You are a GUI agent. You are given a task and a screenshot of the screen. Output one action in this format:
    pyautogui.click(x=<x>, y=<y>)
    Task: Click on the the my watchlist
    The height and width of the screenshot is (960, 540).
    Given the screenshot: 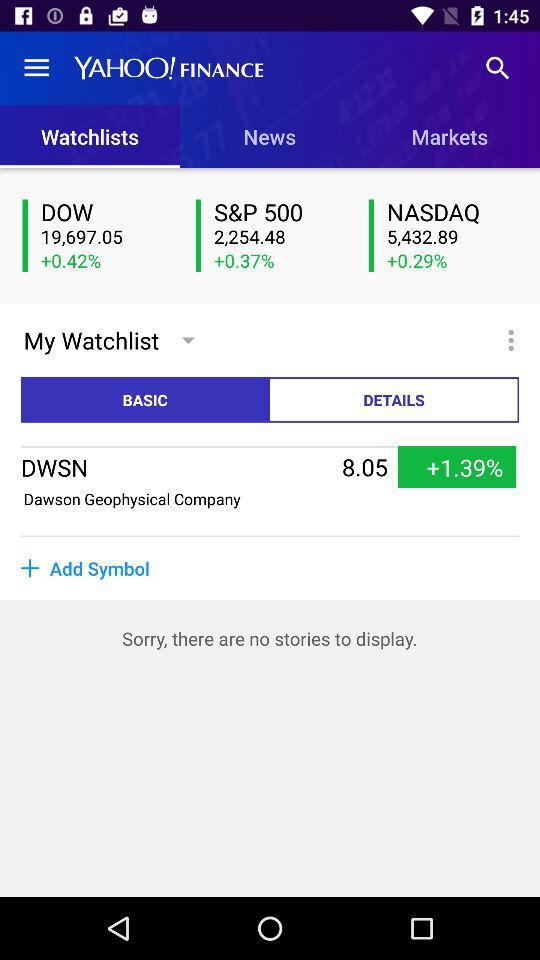 What is the action you would take?
    pyautogui.click(x=90, y=340)
    